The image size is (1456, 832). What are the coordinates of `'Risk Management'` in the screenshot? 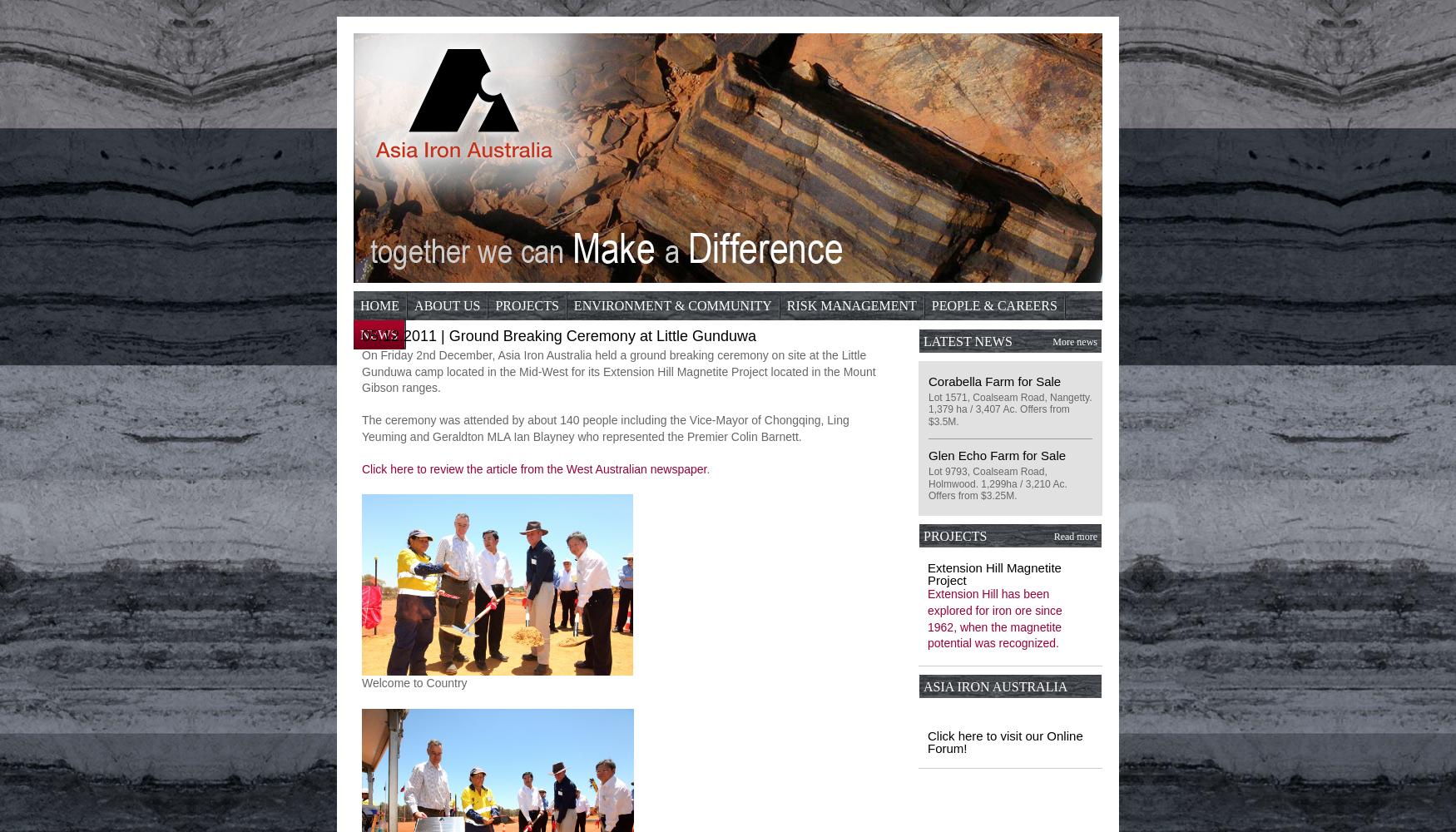 It's located at (850, 305).